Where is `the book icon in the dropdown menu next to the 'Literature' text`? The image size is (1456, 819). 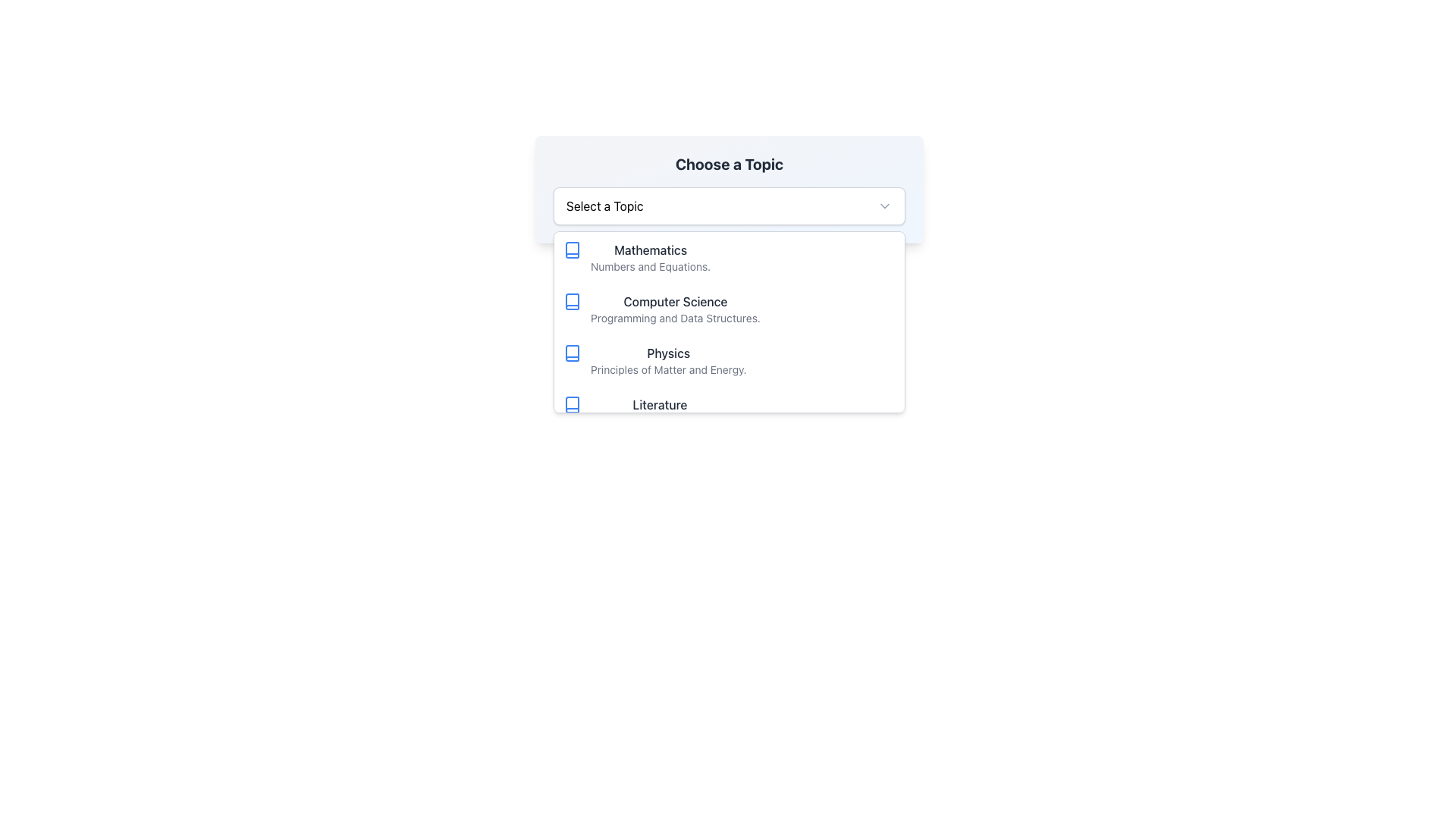
the book icon in the dropdown menu next to the 'Literature' text is located at coordinates (571, 403).